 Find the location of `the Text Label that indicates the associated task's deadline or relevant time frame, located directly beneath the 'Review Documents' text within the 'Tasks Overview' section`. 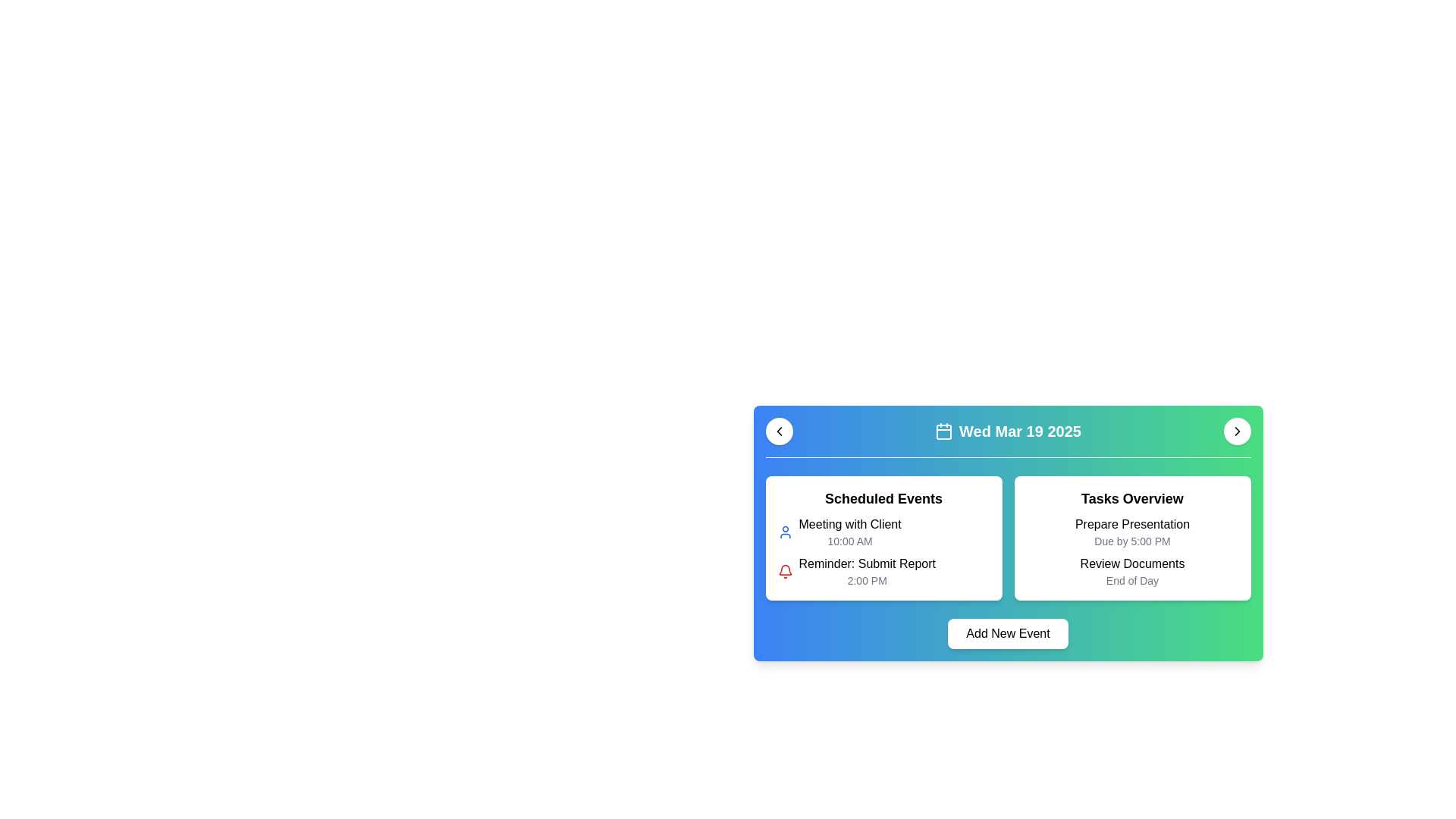

the Text Label that indicates the associated task's deadline or relevant time frame, located directly beneath the 'Review Documents' text within the 'Tasks Overview' section is located at coordinates (1132, 580).